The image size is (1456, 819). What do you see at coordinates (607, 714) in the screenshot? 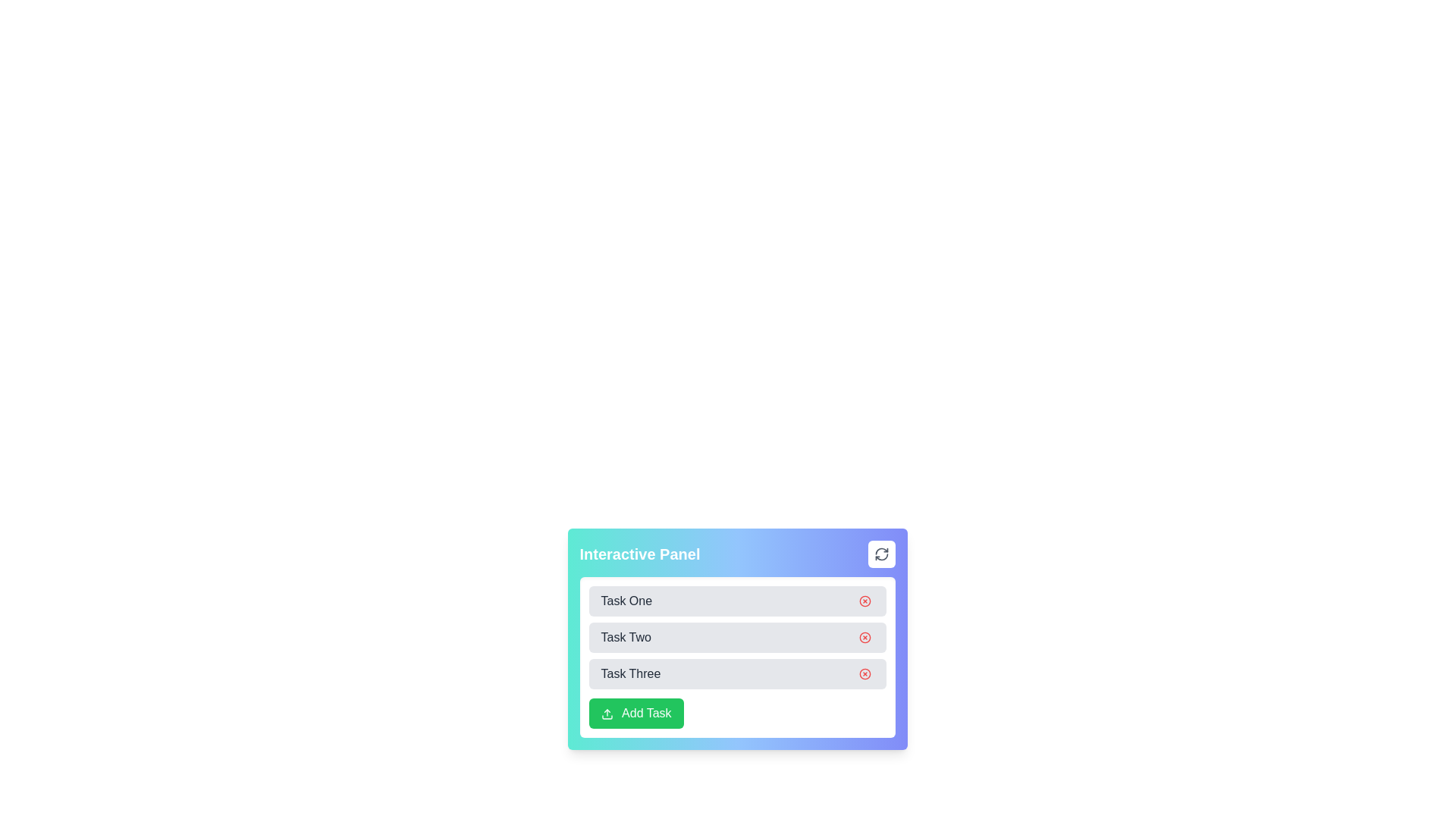
I see `the 'Add Task' button which contains the upload icon located to the left of the 'Add Task' text` at bounding box center [607, 714].